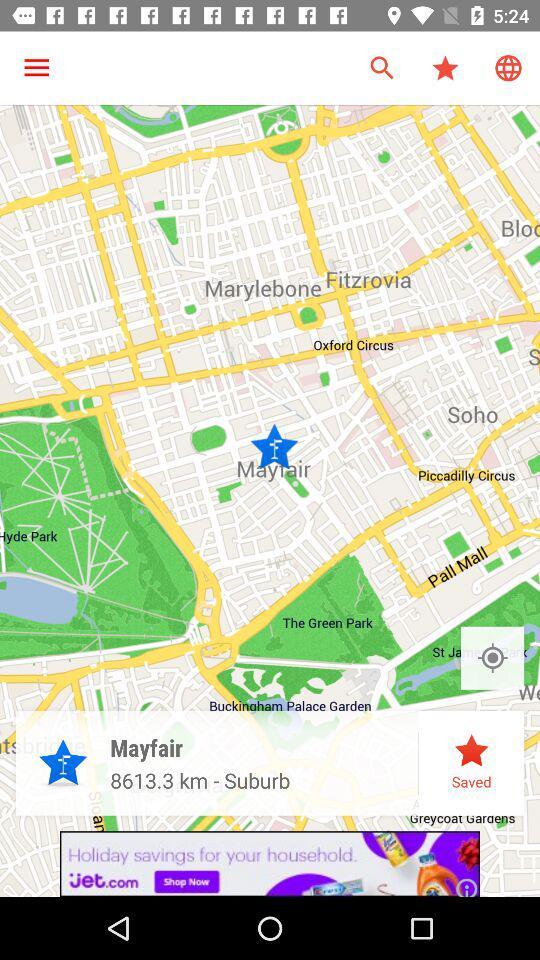 The width and height of the screenshot is (540, 960). I want to click on google map, so click(491, 657).